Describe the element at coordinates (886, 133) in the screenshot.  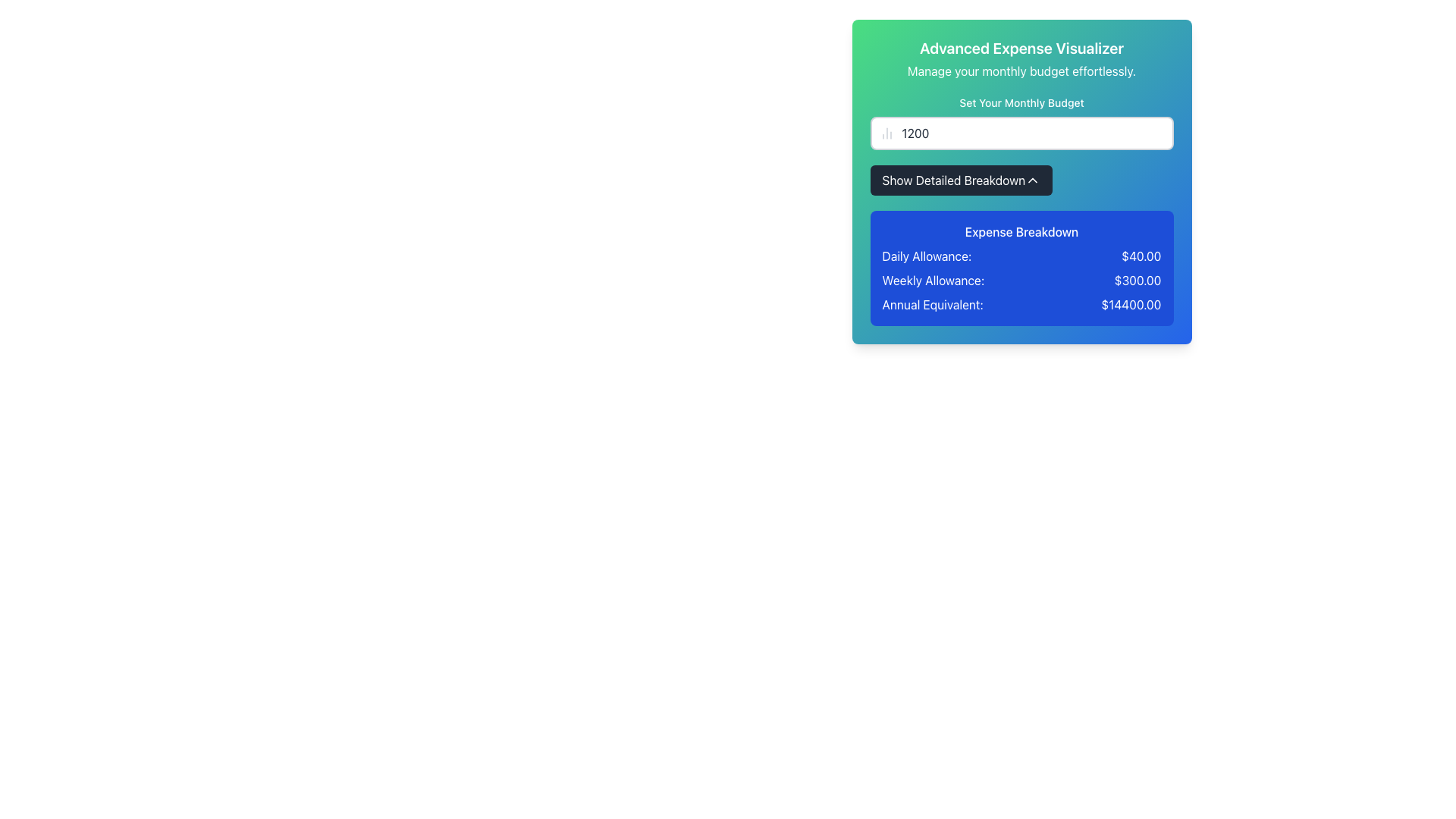
I see `the decorative icon associated with the monthly budget input field, located to the left of the input field and centered vertically` at that location.